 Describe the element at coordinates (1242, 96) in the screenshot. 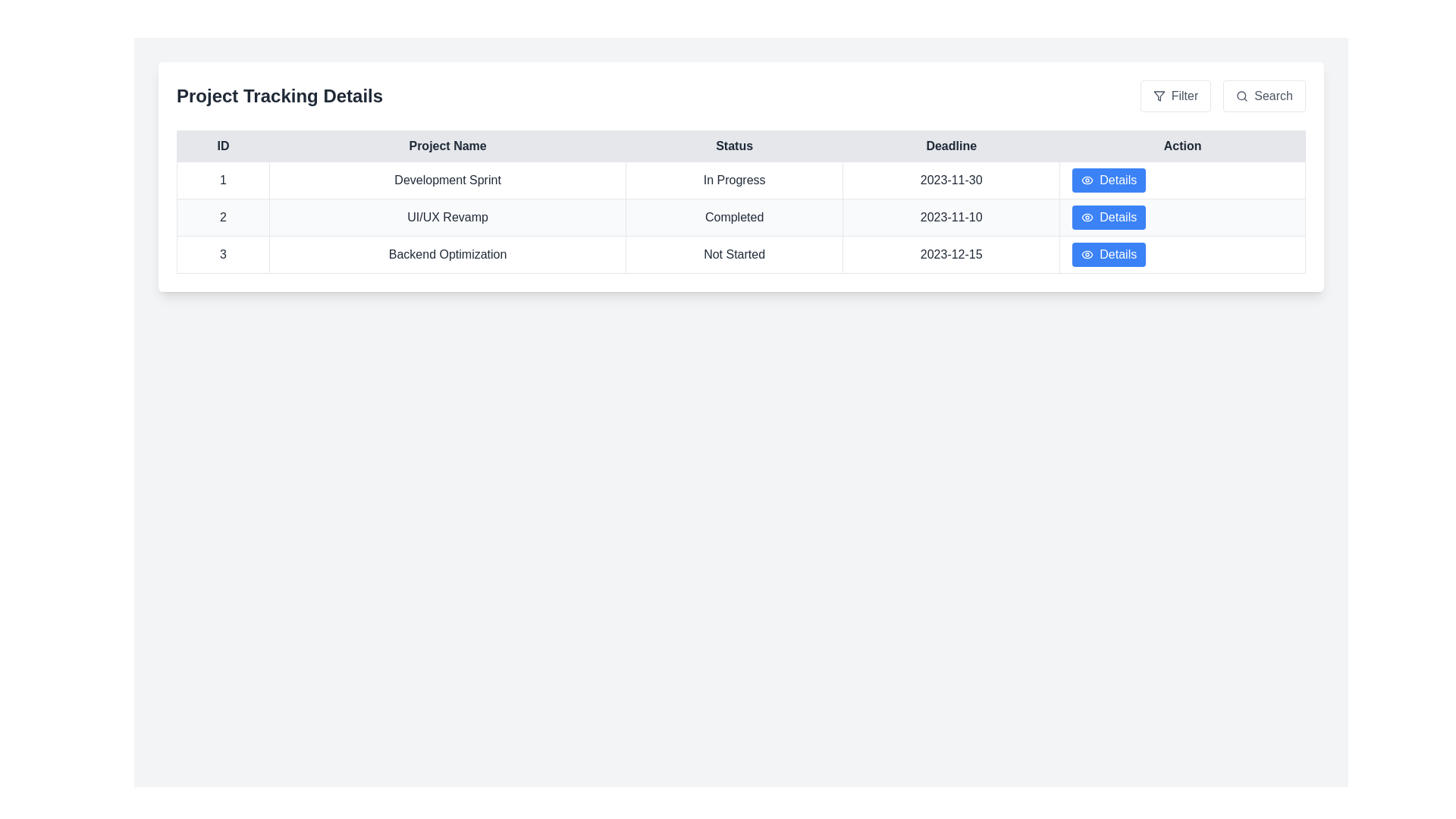

I see `the search icon located within the 'Search' button, which is positioned to the left of the text 'Search'` at that location.